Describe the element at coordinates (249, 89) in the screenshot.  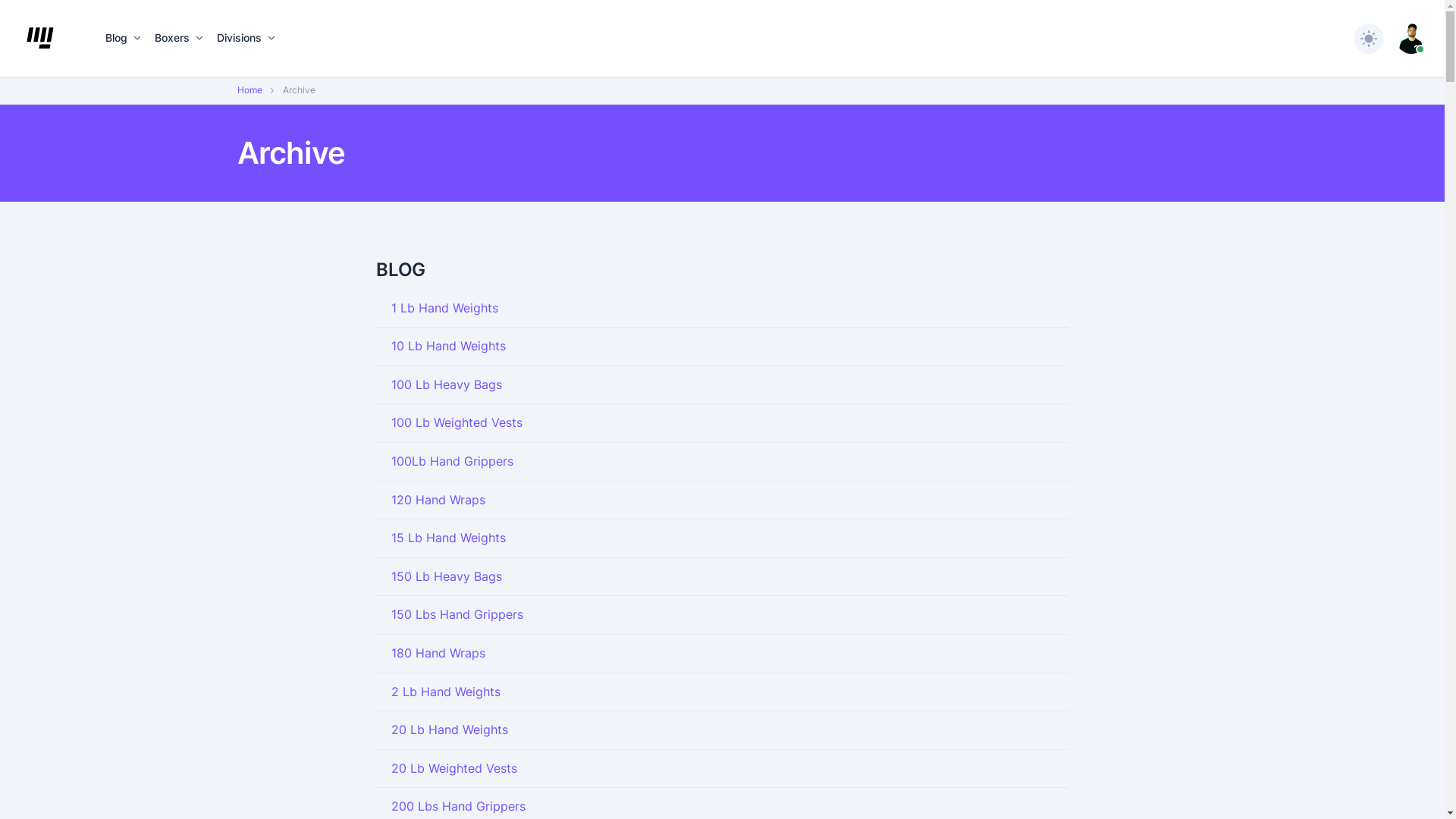
I see `'Home'` at that location.